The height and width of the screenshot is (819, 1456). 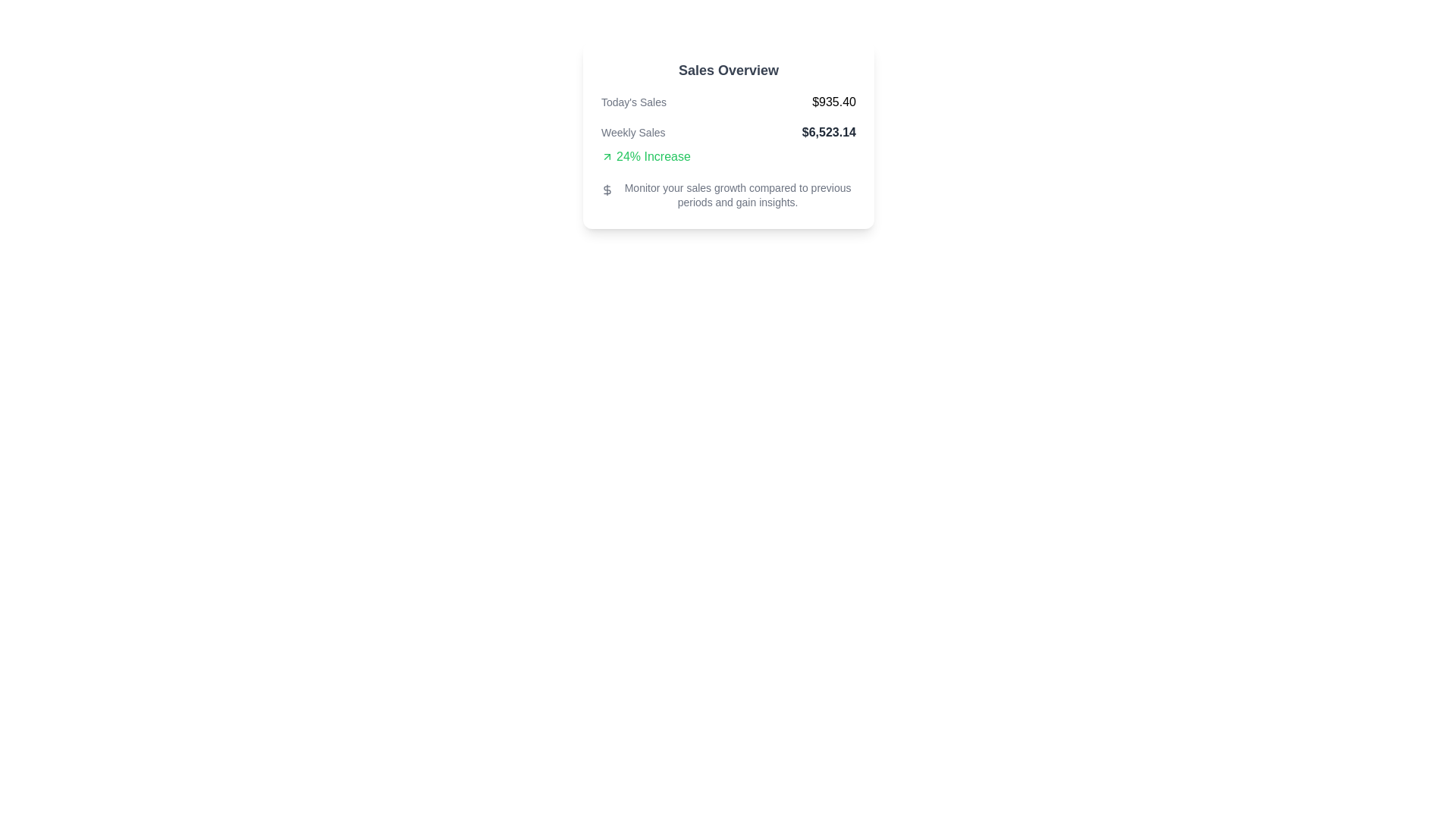 What do you see at coordinates (833, 102) in the screenshot?
I see `the text label that displays today's sales amount, which is located to the right of the 'Today's Sales' text within the card` at bounding box center [833, 102].